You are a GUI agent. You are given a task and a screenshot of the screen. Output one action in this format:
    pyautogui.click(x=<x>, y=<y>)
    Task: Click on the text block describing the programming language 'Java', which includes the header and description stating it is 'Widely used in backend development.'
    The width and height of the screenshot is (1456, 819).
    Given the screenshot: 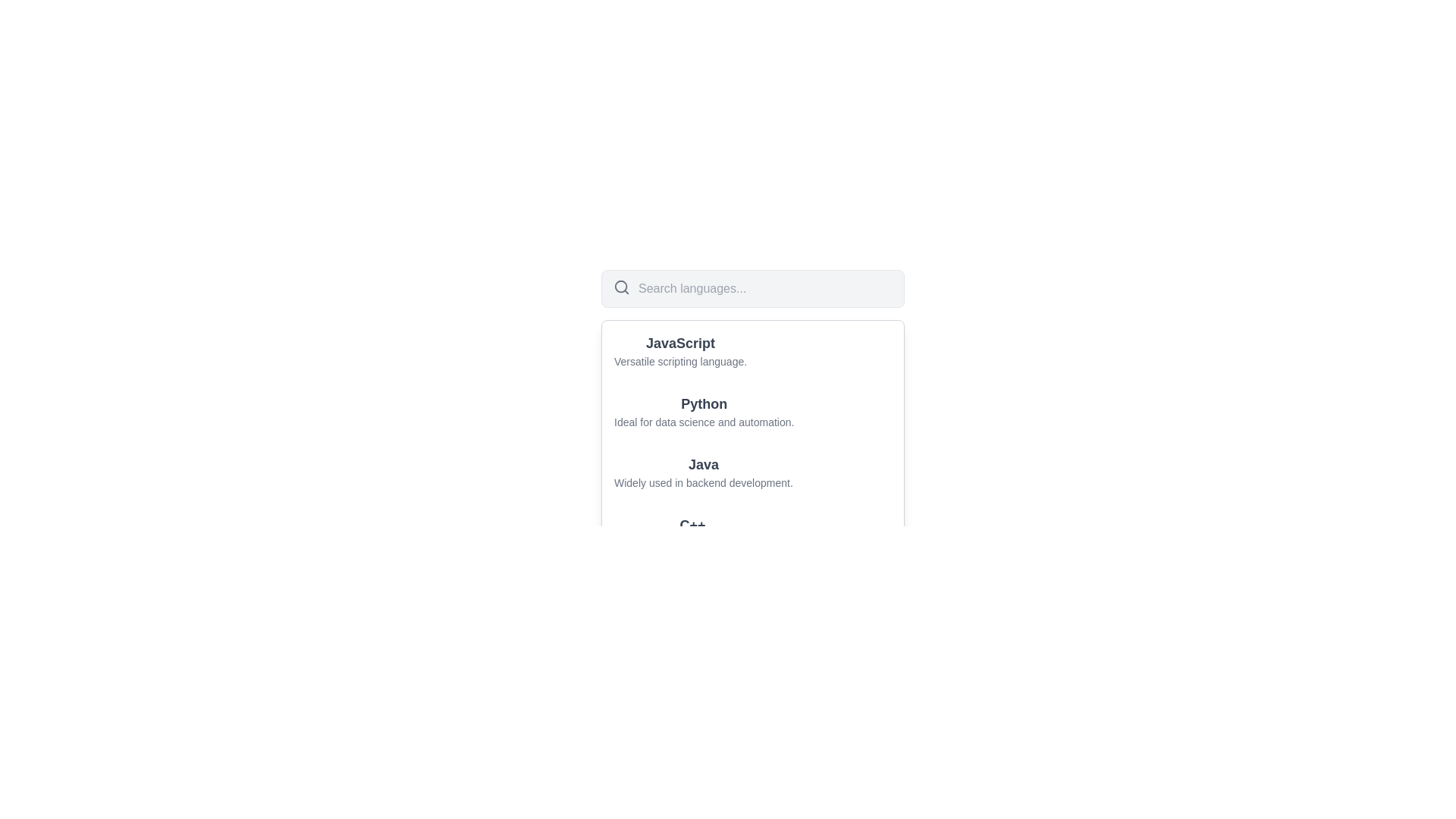 What is the action you would take?
    pyautogui.click(x=702, y=472)
    